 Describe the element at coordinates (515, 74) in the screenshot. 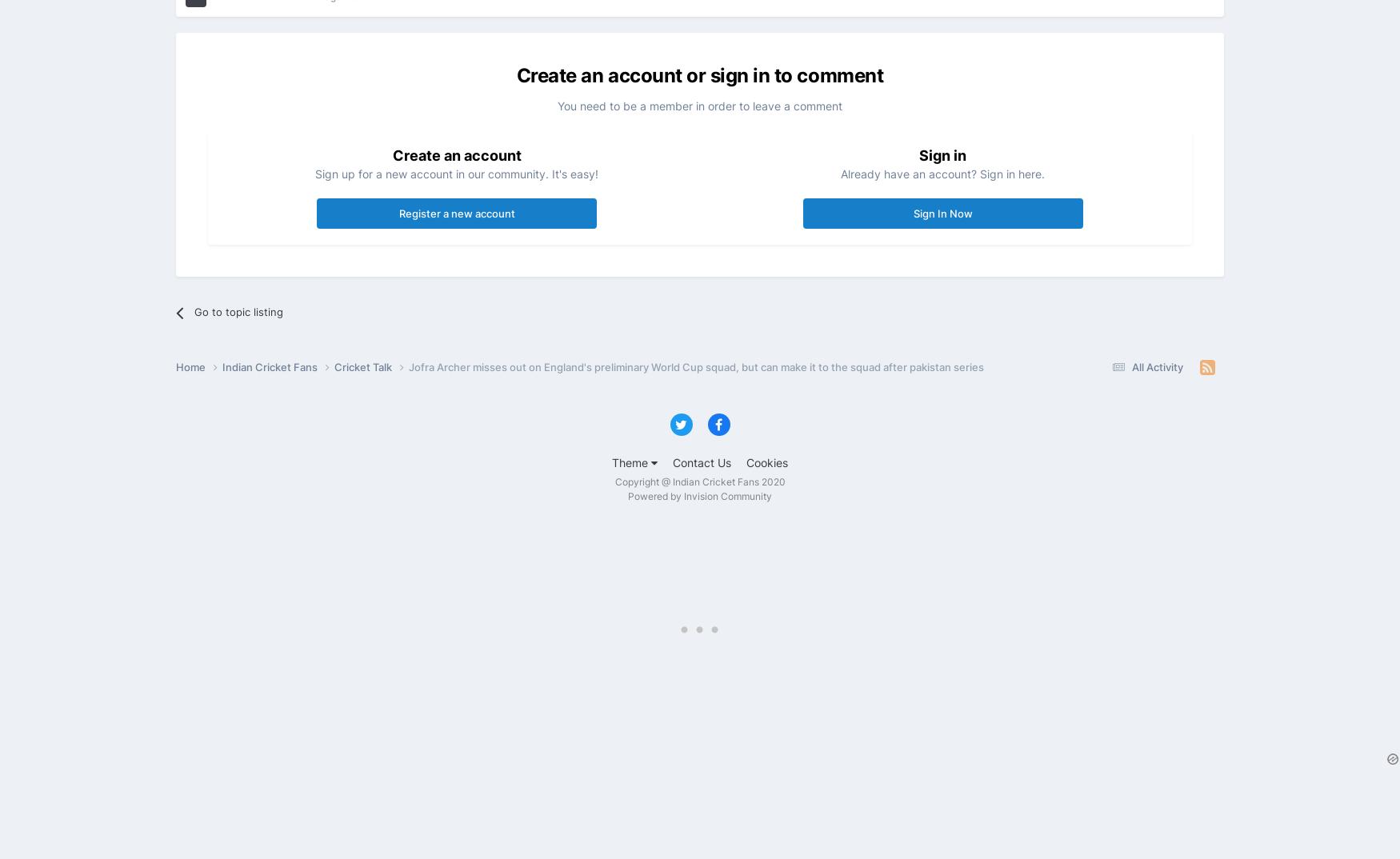

I see `'Create an account or sign in to comment'` at that location.